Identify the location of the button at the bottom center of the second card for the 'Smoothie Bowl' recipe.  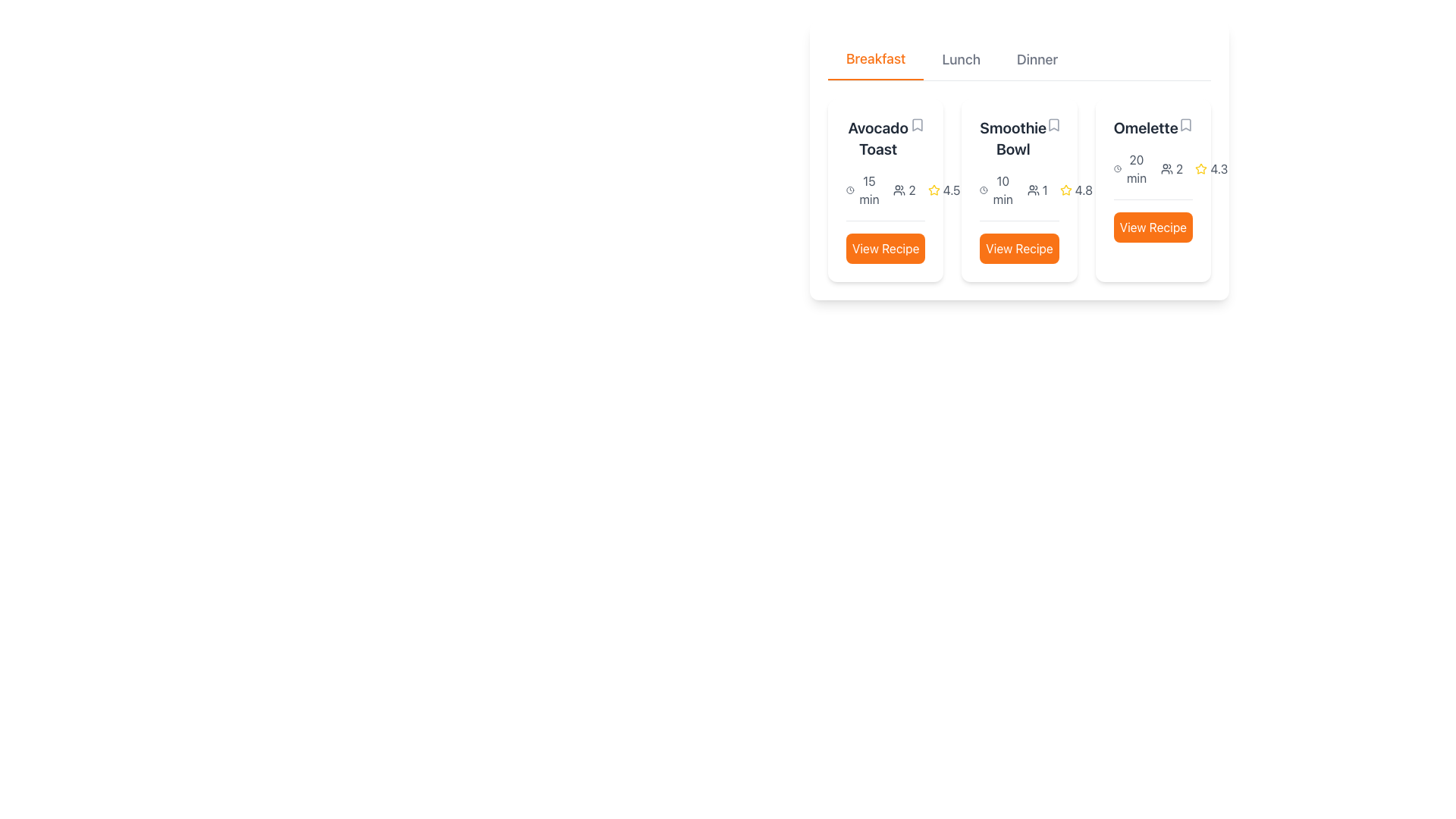
(1019, 241).